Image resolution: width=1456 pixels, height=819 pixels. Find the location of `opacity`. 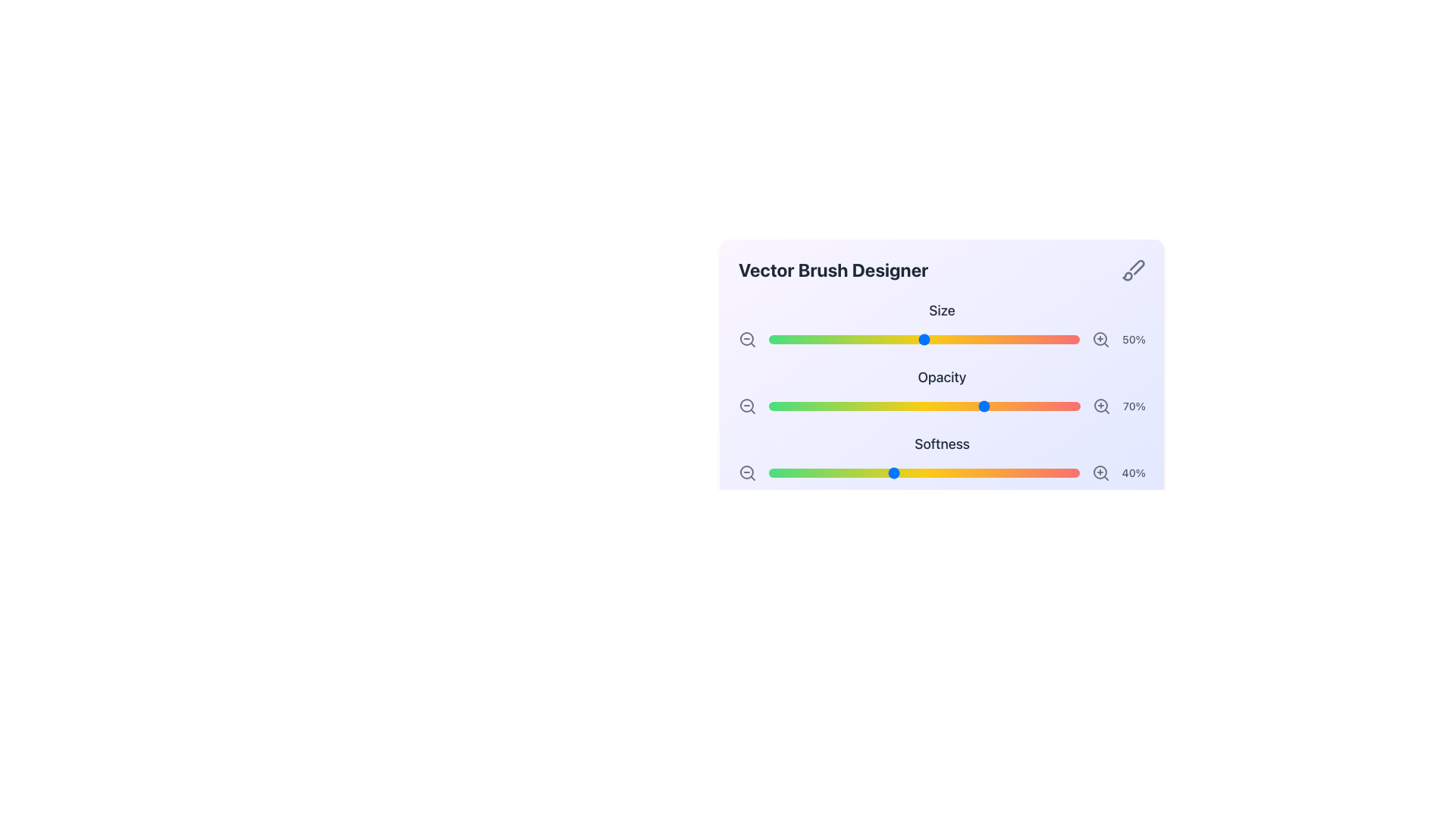

opacity is located at coordinates (930, 406).